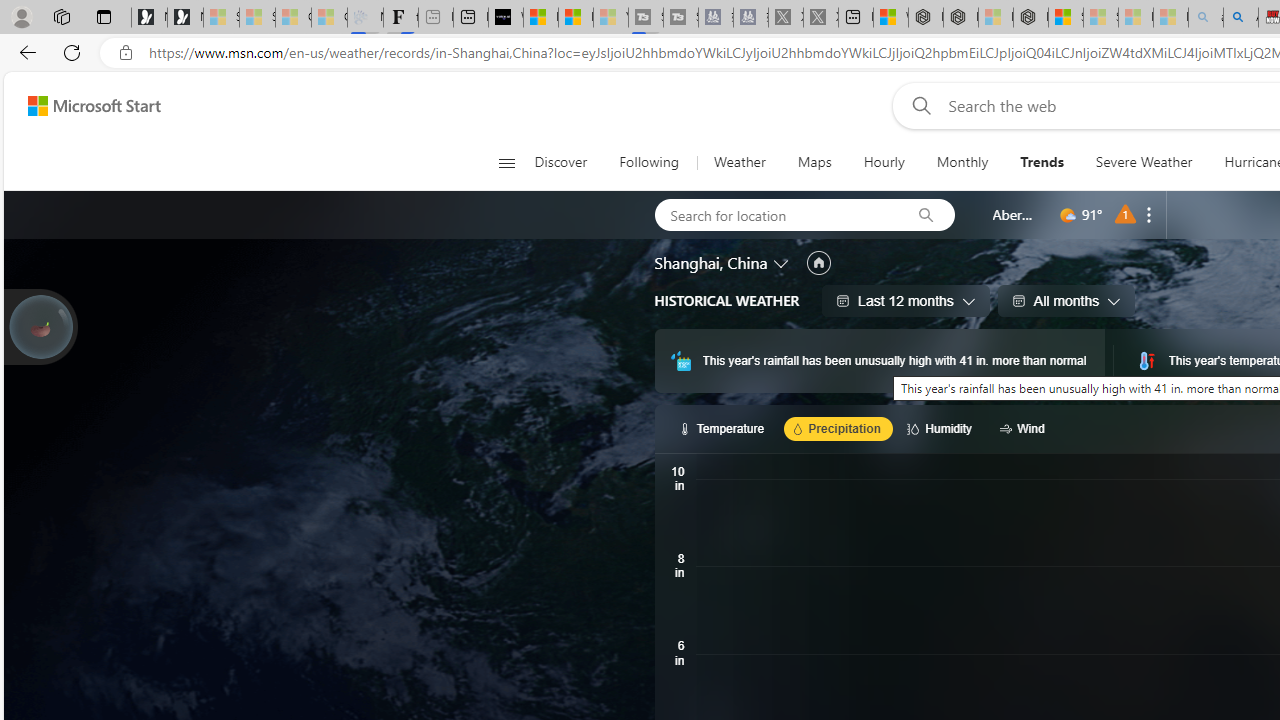 The image size is (1280, 720). Describe the element at coordinates (1031, 17) in the screenshot. I see `'Nordace - Nordace Siena Is Not An Ordinary Backpack'` at that location.